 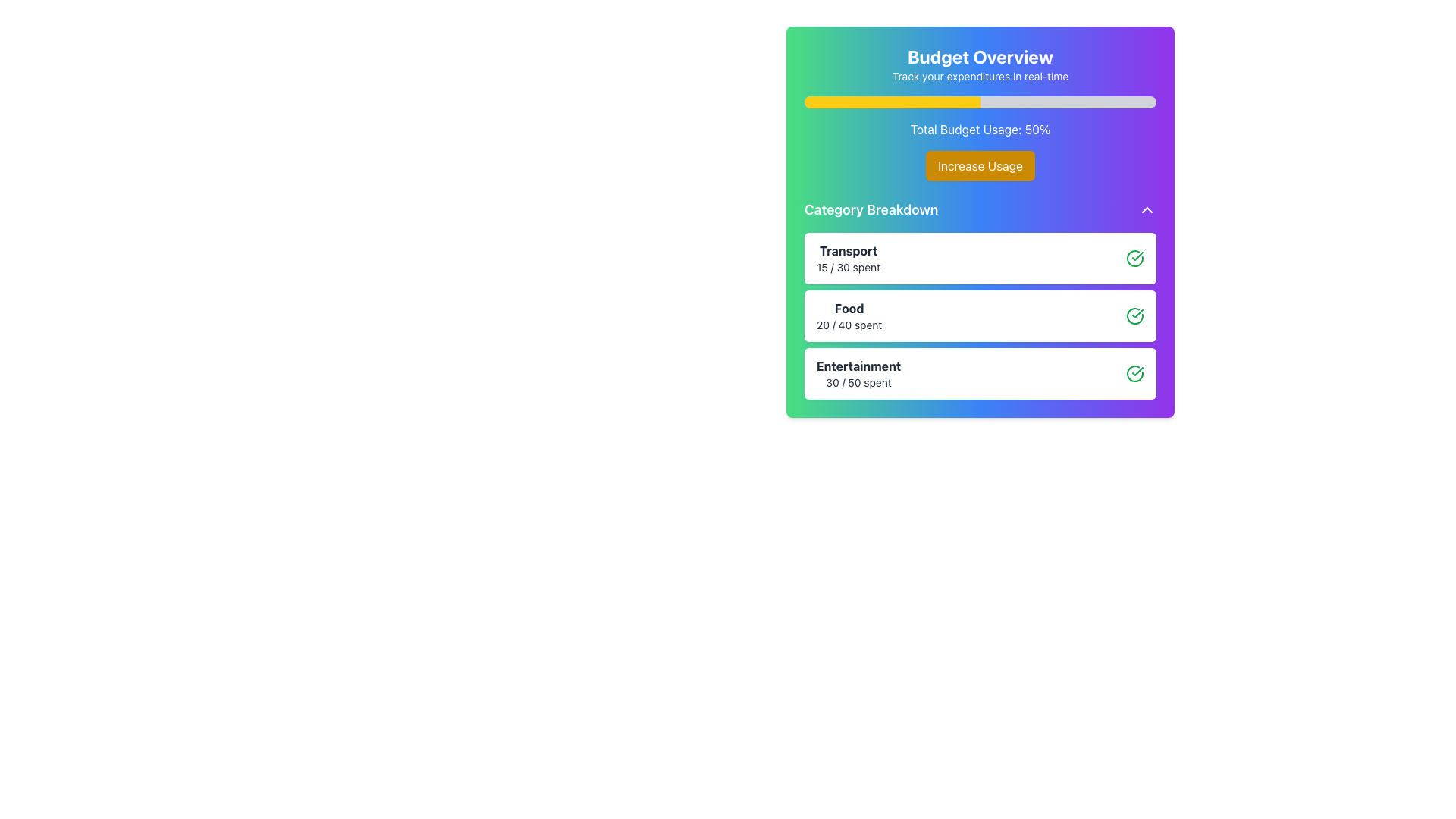 I want to click on the text label that displays 'Total Budget Usage: 50%' which is positioned centrally above the 'Increase Usage' button and below the horizontal progress bar, so click(x=980, y=128).